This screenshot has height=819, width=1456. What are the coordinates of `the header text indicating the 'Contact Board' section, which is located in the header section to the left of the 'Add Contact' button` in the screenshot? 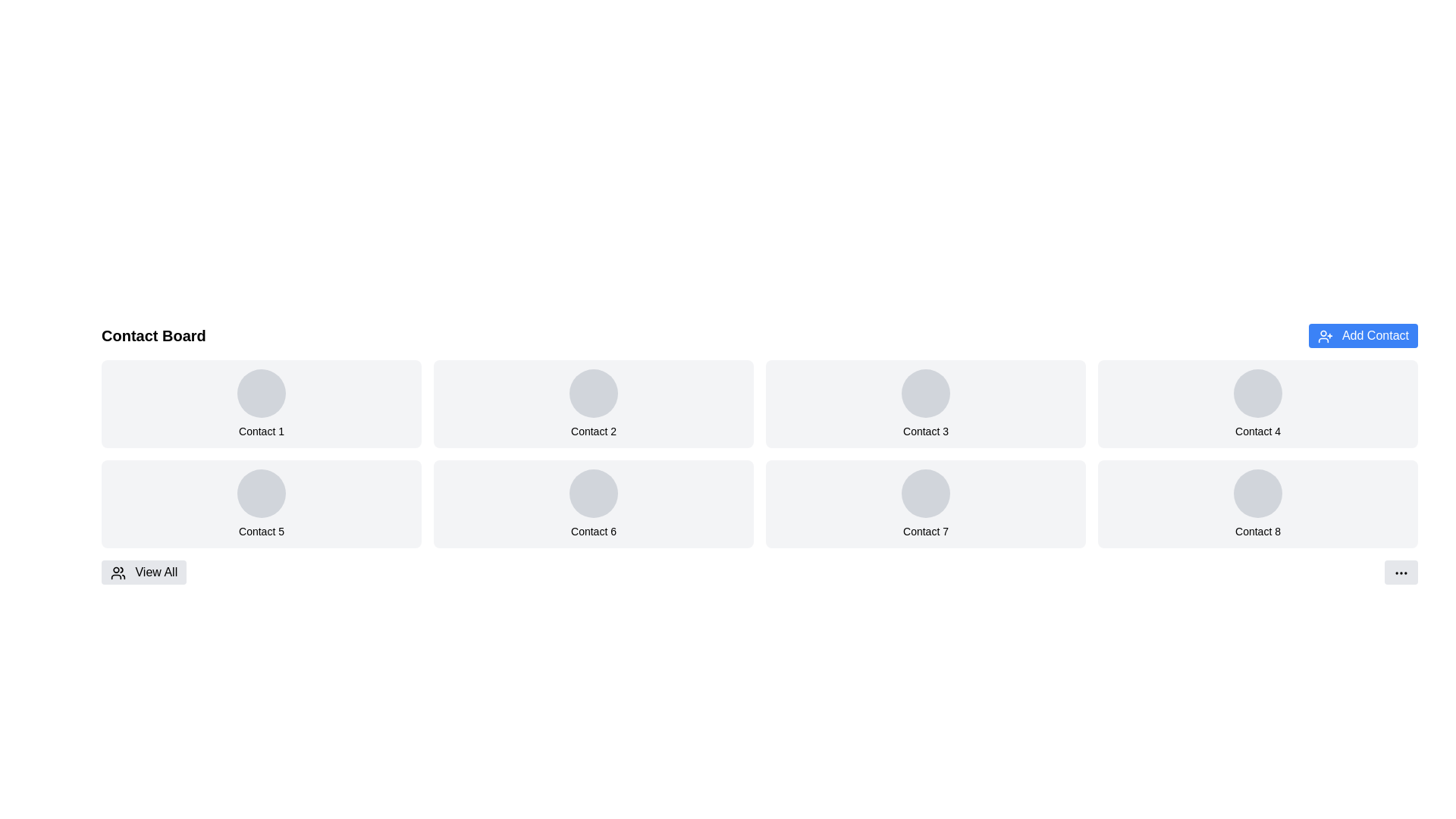 It's located at (153, 335).